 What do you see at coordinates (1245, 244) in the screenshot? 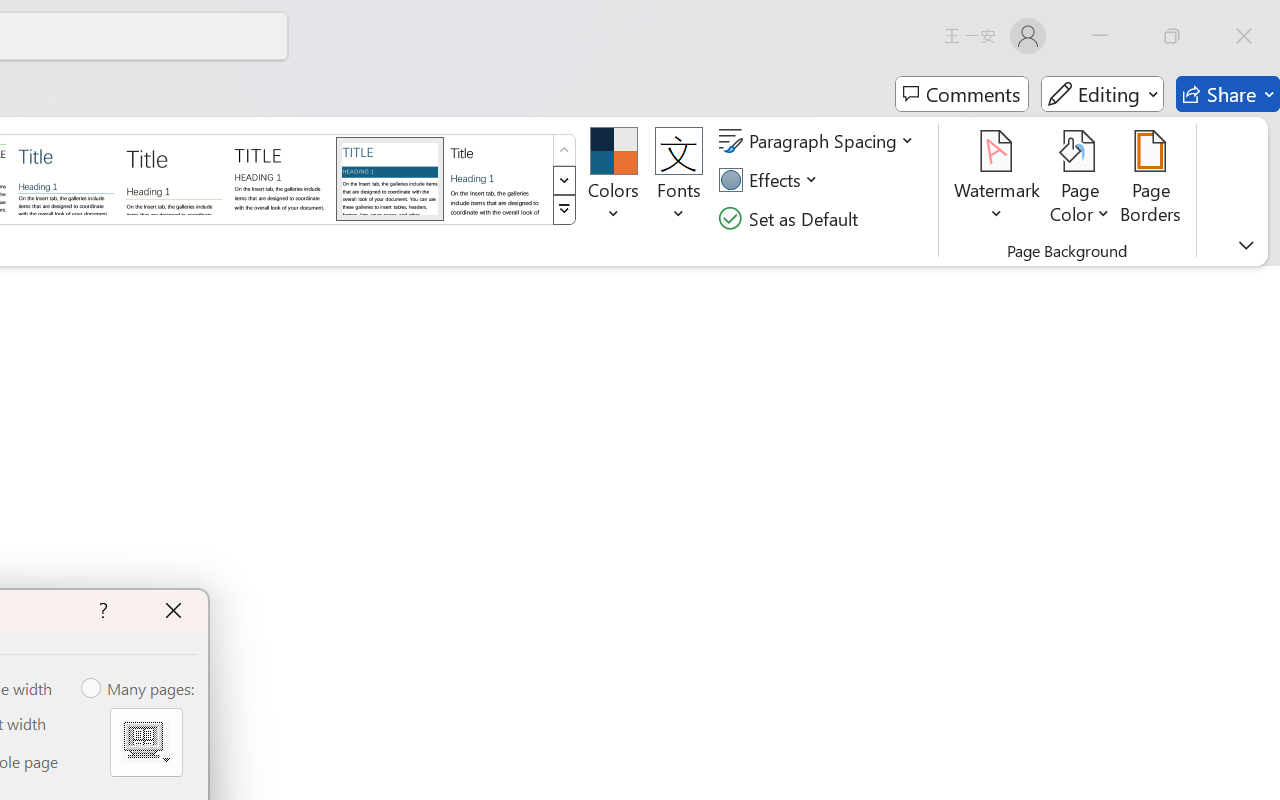
I see `'Ribbon Display Options'` at bounding box center [1245, 244].